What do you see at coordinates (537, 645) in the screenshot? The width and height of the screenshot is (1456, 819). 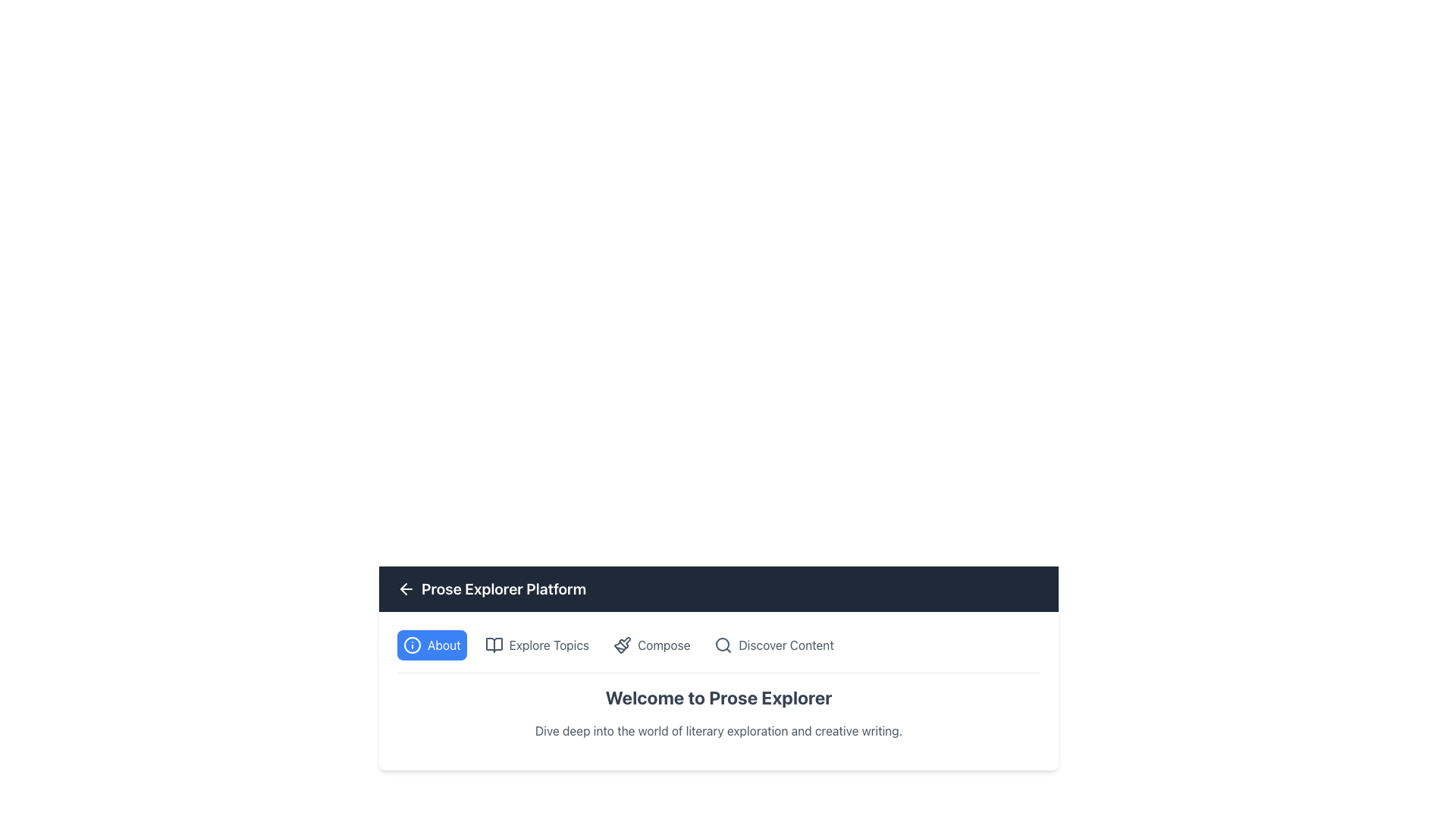 I see `the navigation button located in the horizontal menu beneath the 'Prose Explorer Platform' header` at bounding box center [537, 645].